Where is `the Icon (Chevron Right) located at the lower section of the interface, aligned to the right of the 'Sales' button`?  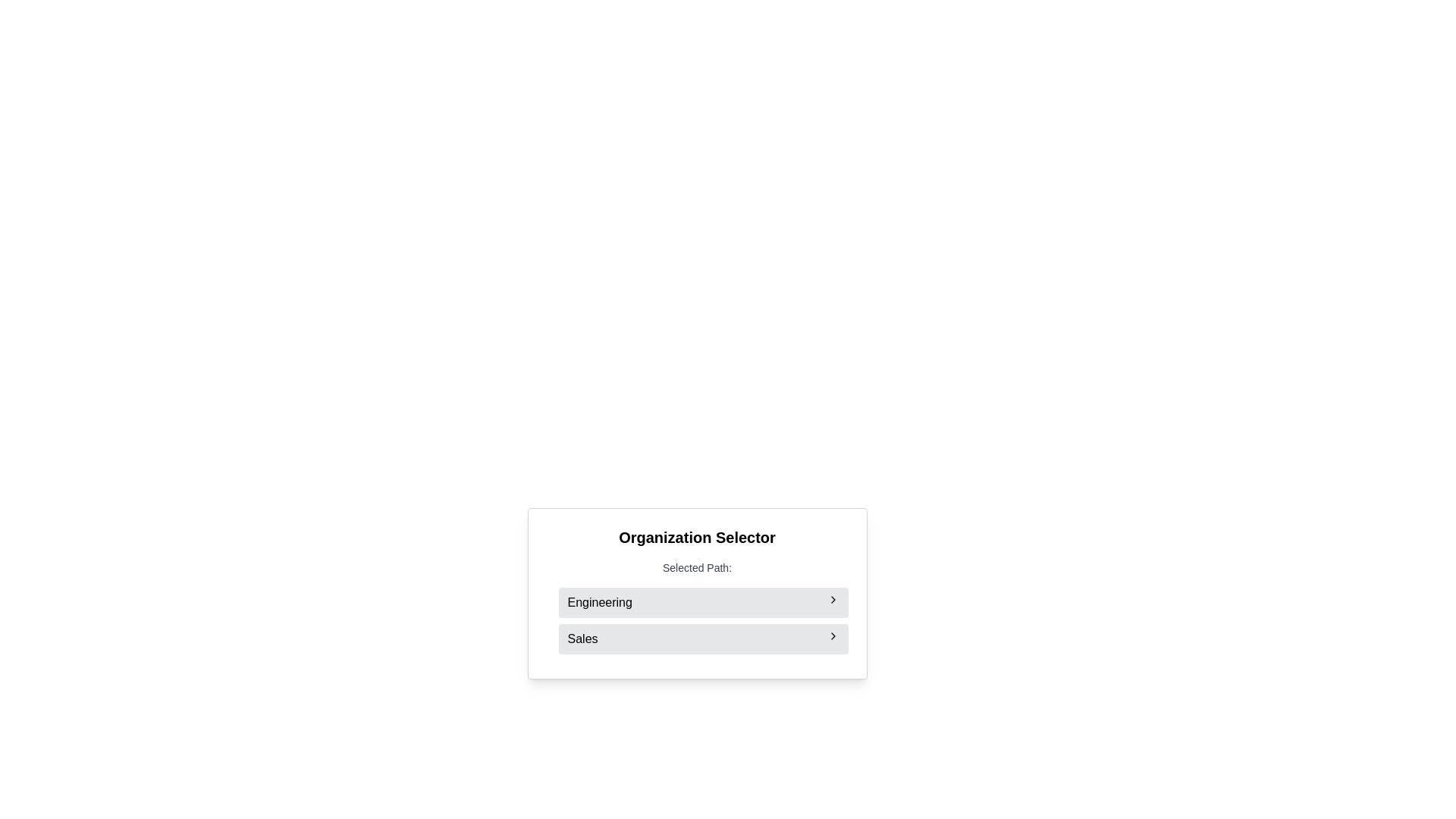 the Icon (Chevron Right) located at the lower section of the interface, aligned to the right of the 'Sales' button is located at coordinates (832, 636).